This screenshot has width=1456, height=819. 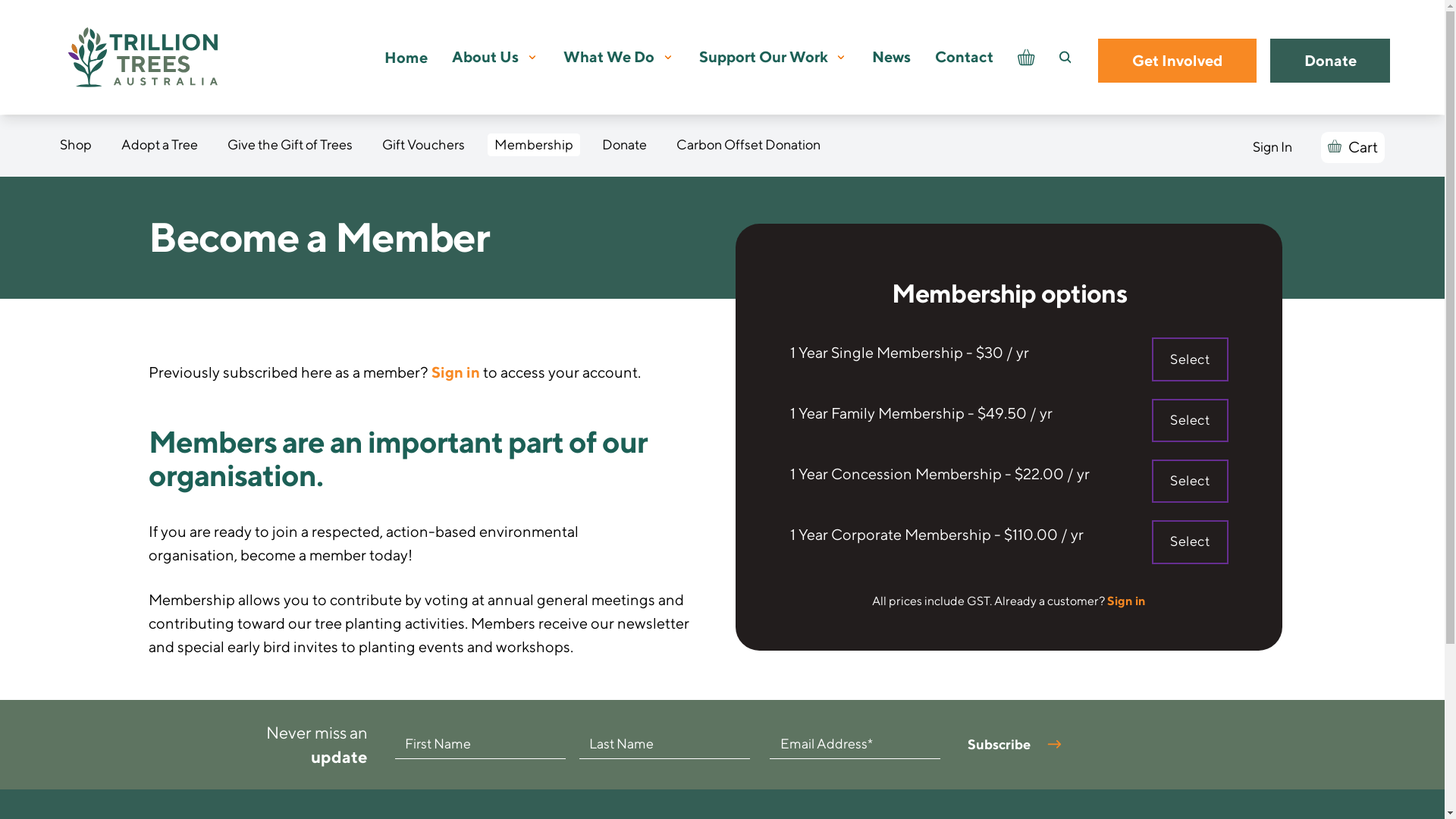 I want to click on 'Sign in', so click(x=1126, y=600).